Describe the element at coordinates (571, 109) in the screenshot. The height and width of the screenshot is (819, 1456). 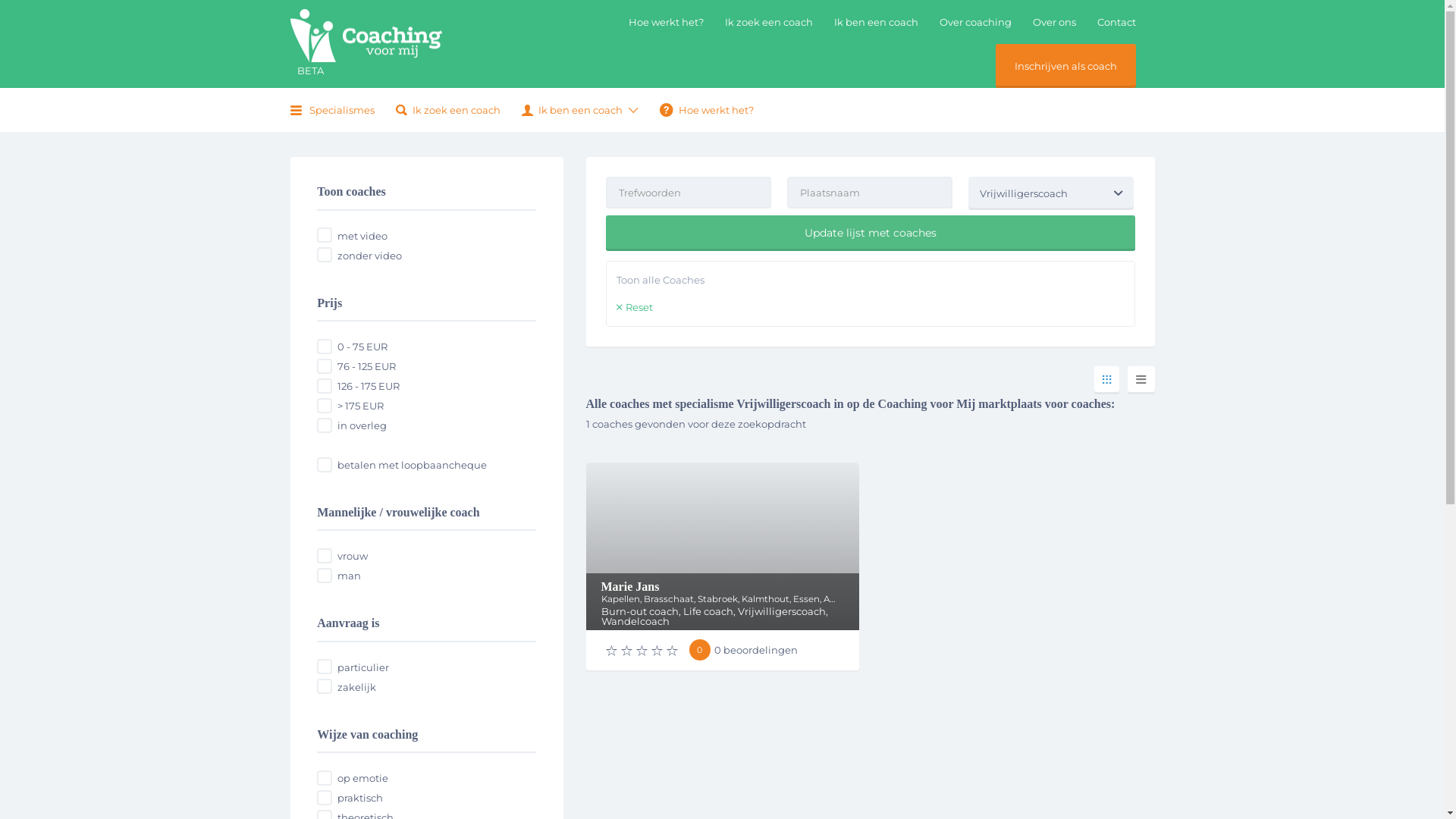
I see `'Ik ben een coach'` at that location.